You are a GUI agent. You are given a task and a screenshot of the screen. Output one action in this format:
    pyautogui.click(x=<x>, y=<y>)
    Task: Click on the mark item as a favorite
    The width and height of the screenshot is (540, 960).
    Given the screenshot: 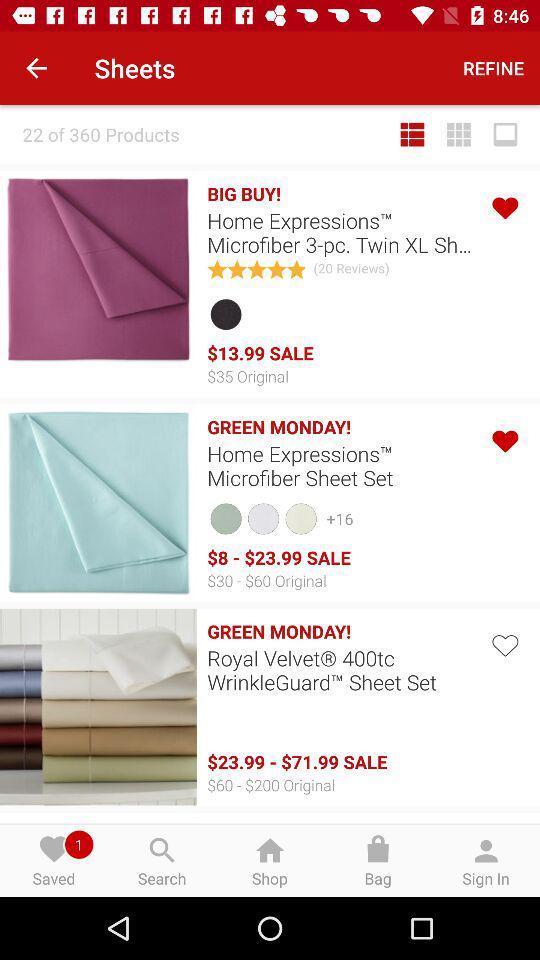 What is the action you would take?
    pyautogui.click(x=503, y=642)
    